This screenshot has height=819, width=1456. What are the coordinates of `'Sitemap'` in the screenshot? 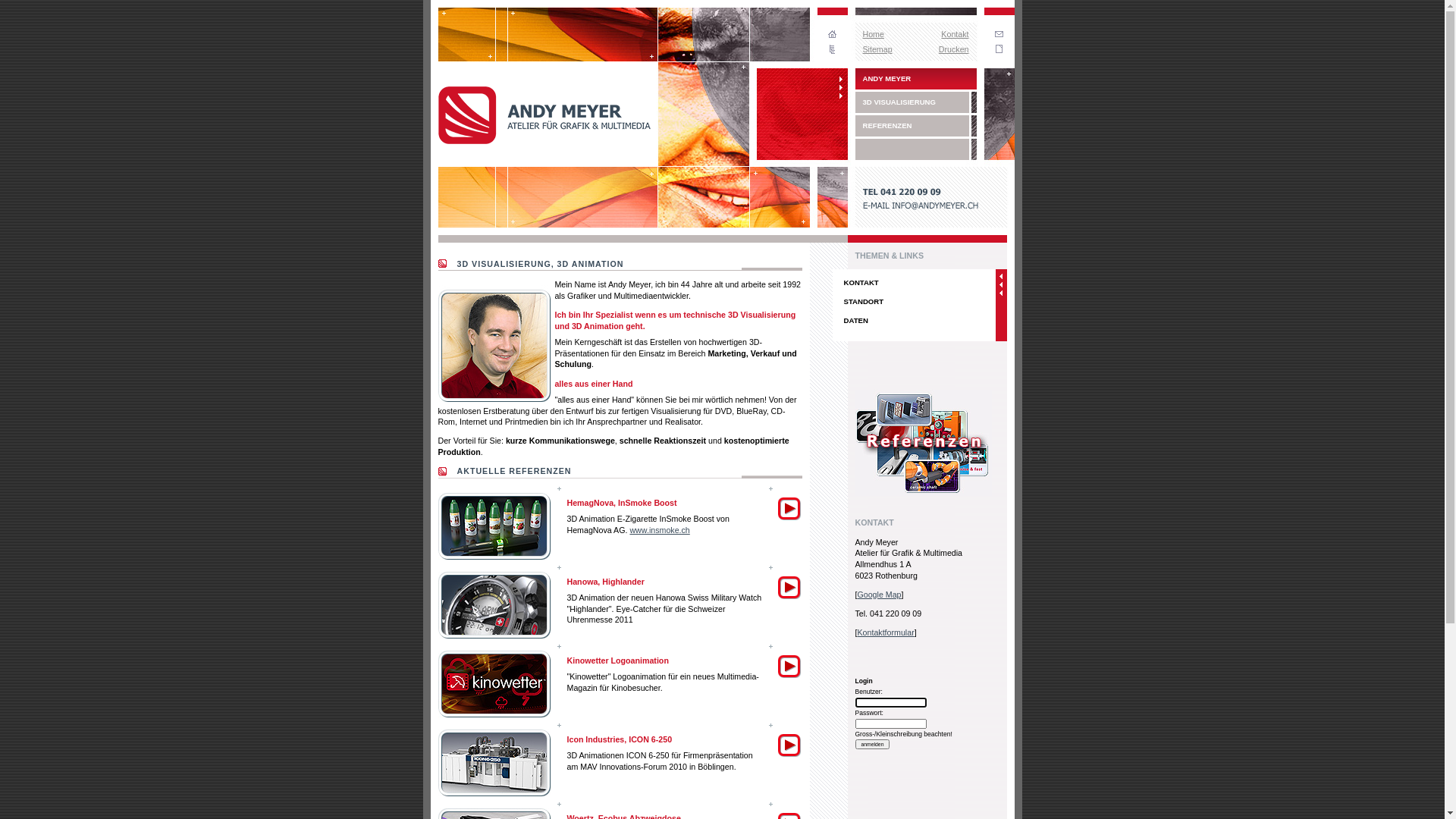 It's located at (877, 49).